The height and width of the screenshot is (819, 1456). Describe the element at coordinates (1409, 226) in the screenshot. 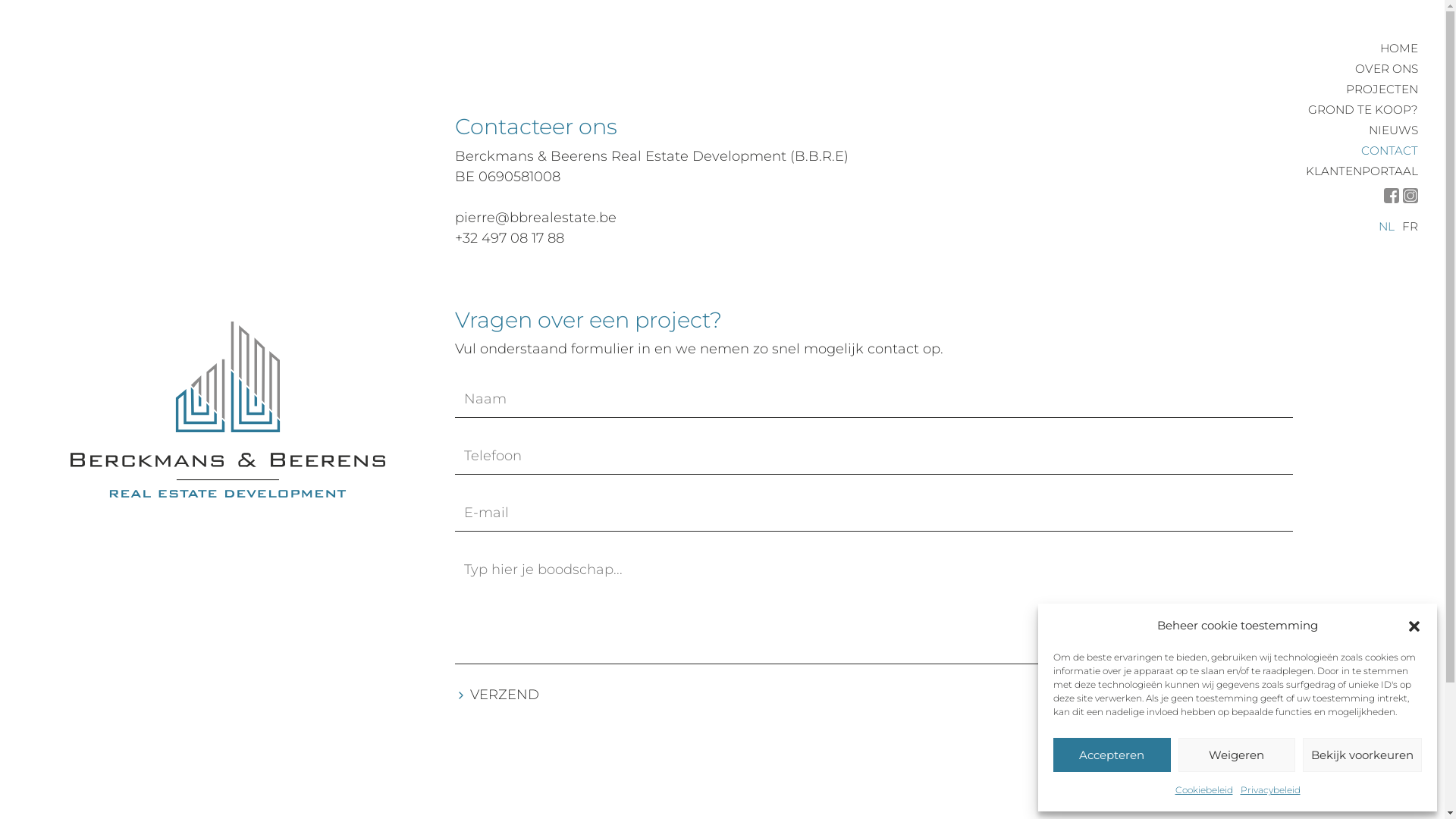

I see `'FR'` at that location.